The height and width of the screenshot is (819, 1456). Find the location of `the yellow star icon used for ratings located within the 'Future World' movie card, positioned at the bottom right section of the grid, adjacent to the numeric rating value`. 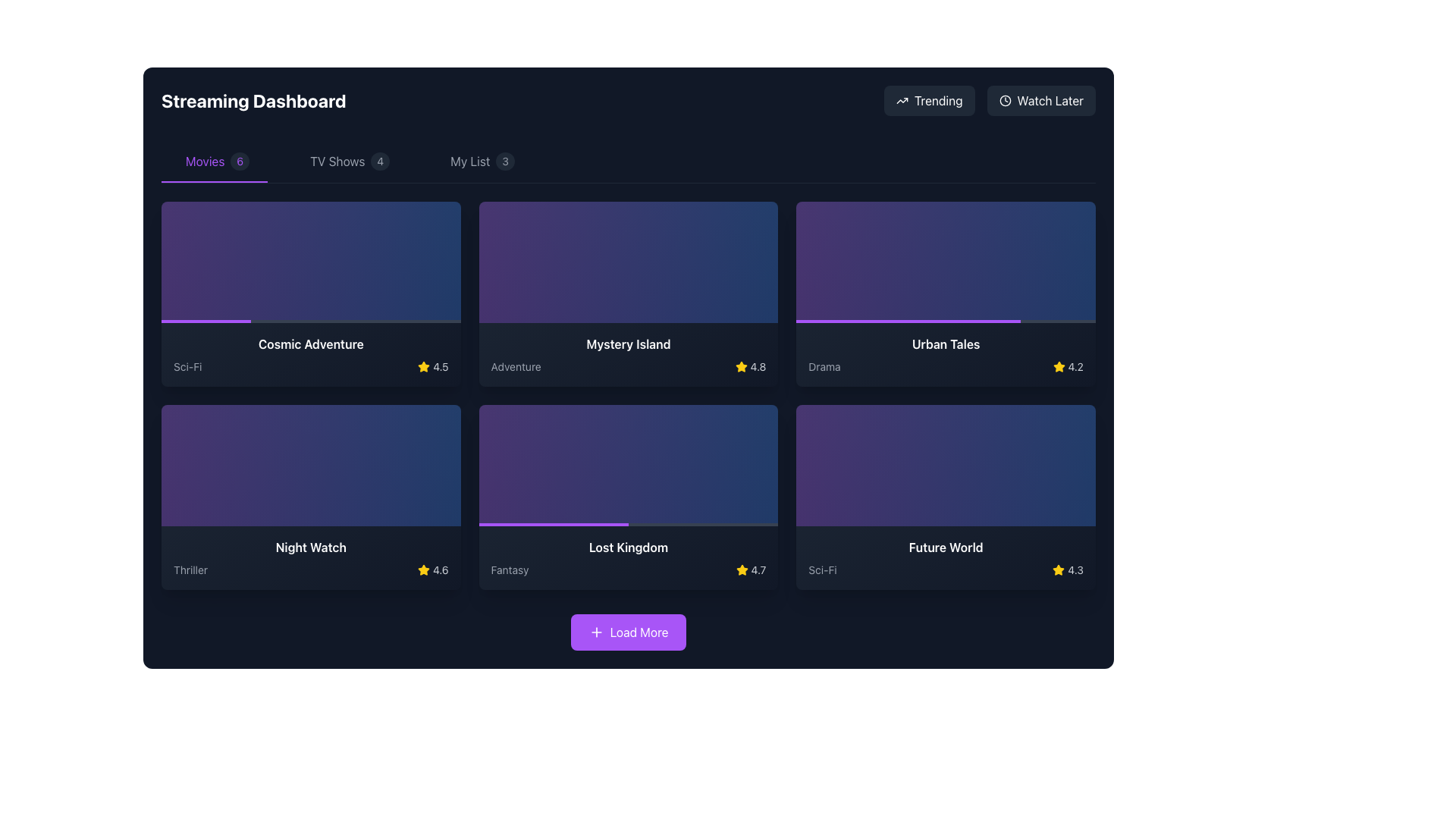

the yellow star icon used for ratings located within the 'Future World' movie card, positioned at the bottom right section of the grid, adjacent to the numeric rating value is located at coordinates (1058, 570).